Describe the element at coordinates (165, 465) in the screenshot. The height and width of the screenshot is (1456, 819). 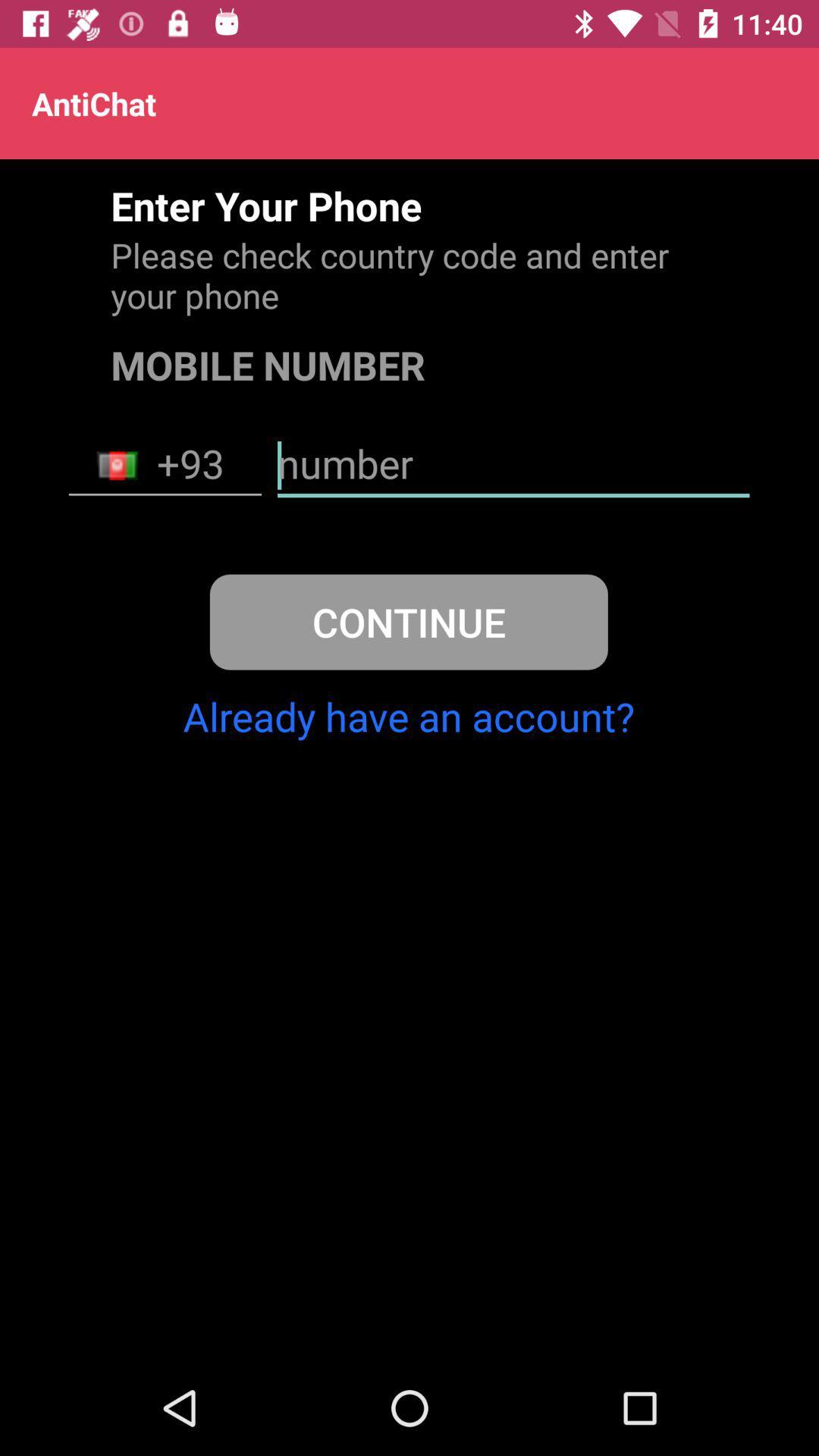
I see `the icon above the continue icon` at that location.